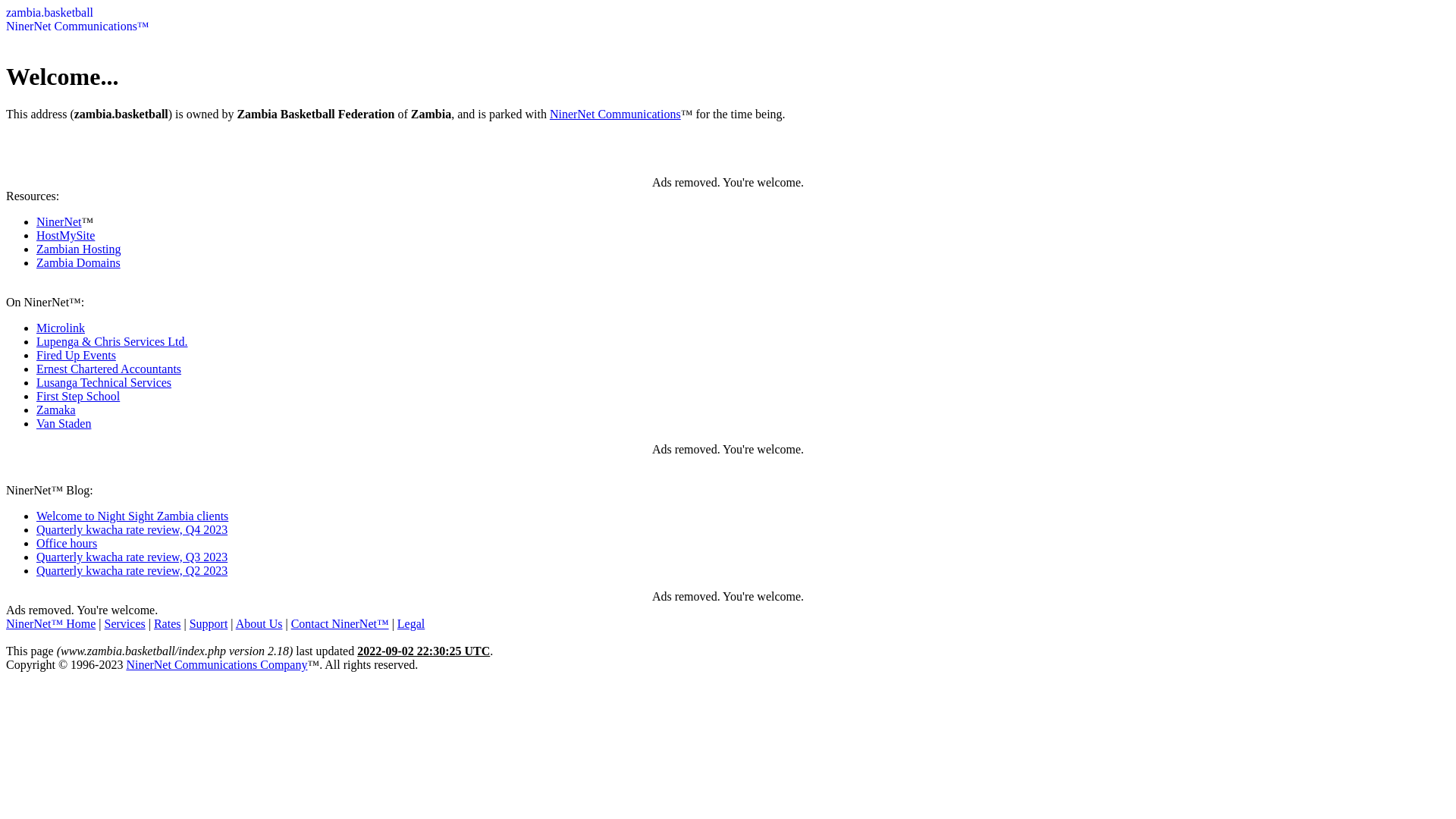 The image size is (1456, 819). I want to click on 'Zambia Domains', so click(36, 262).